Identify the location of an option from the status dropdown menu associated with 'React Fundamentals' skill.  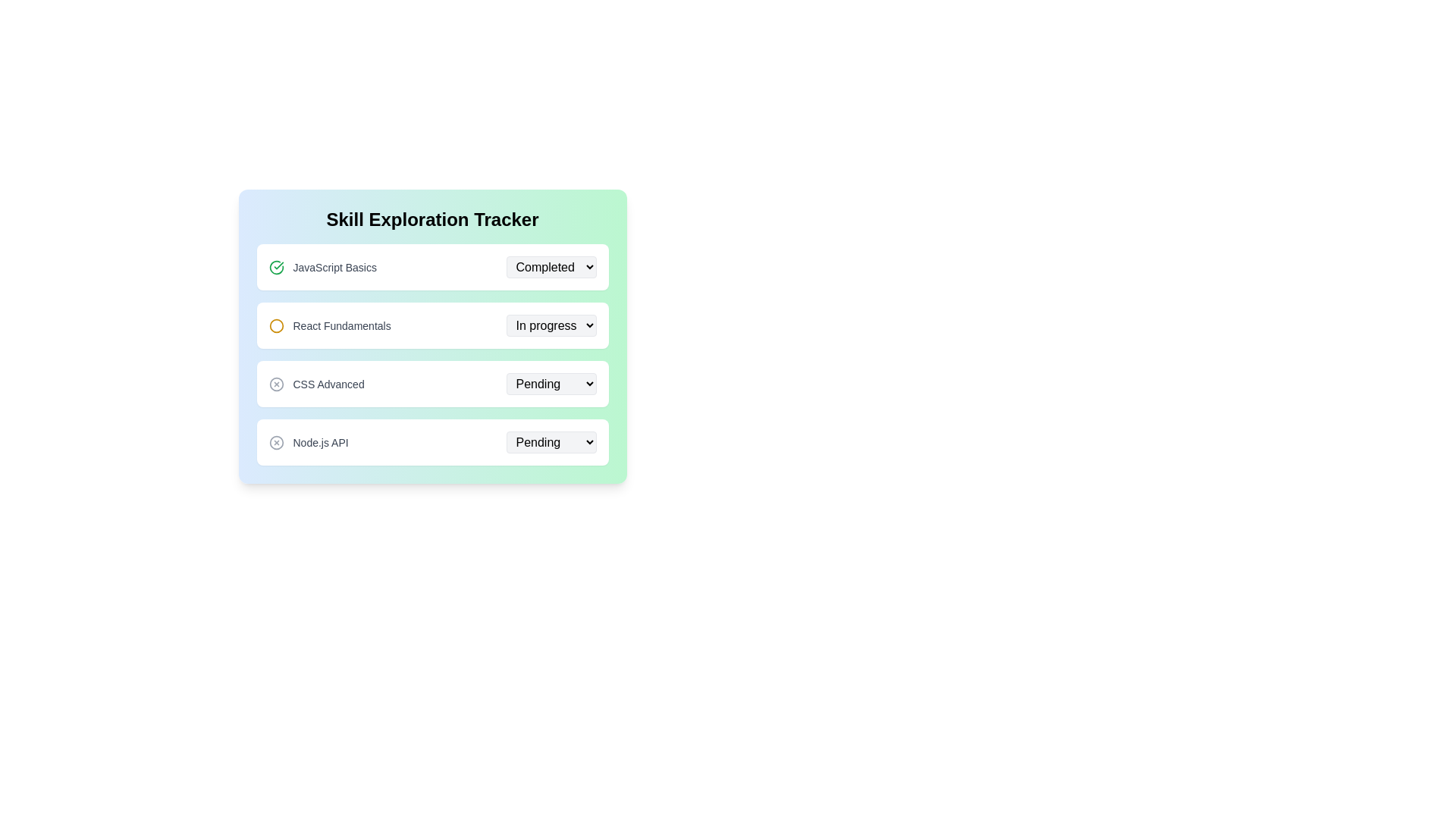
(550, 324).